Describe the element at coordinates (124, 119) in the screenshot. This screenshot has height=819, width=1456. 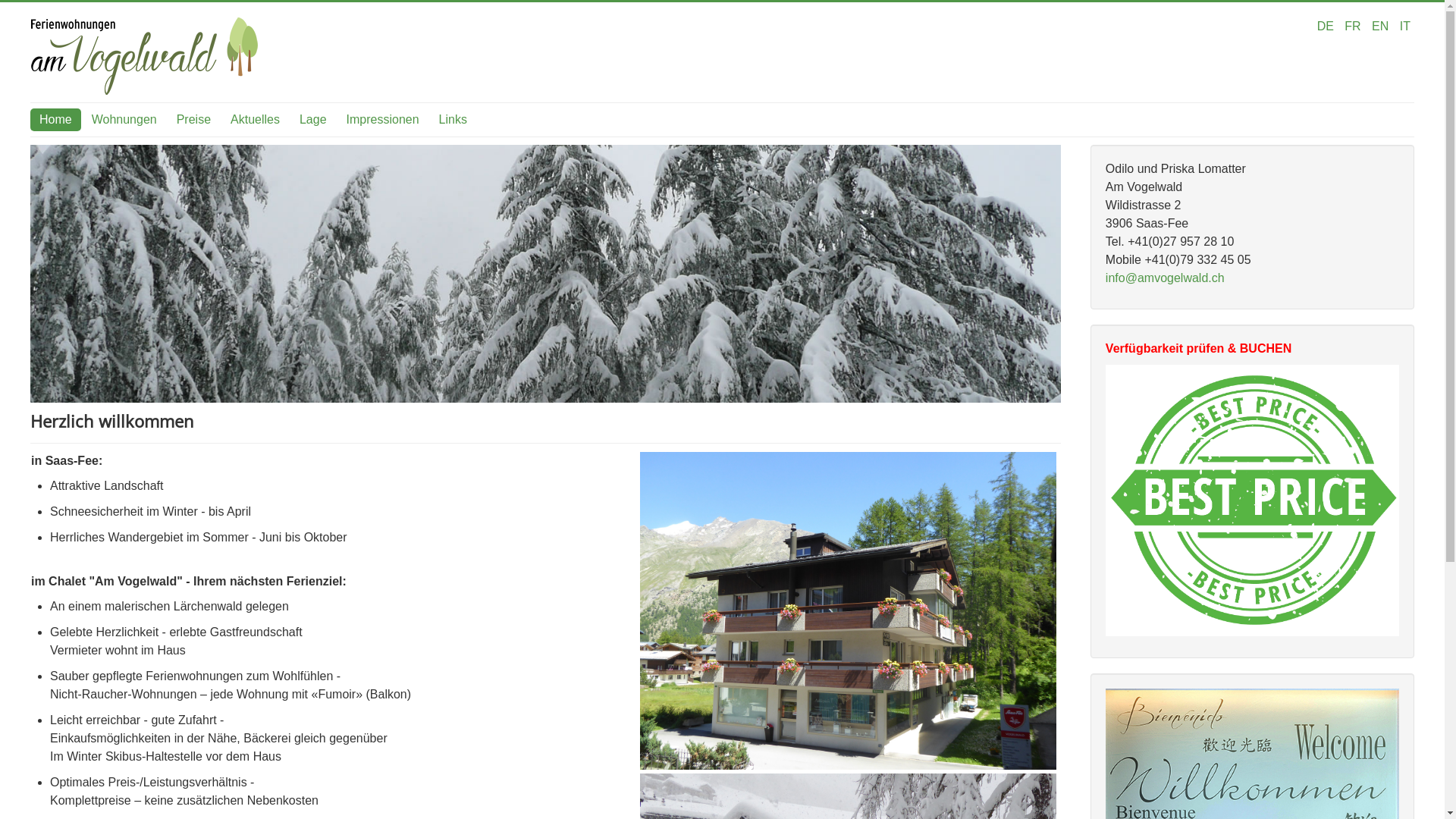
I see `'Wohnungen'` at that location.